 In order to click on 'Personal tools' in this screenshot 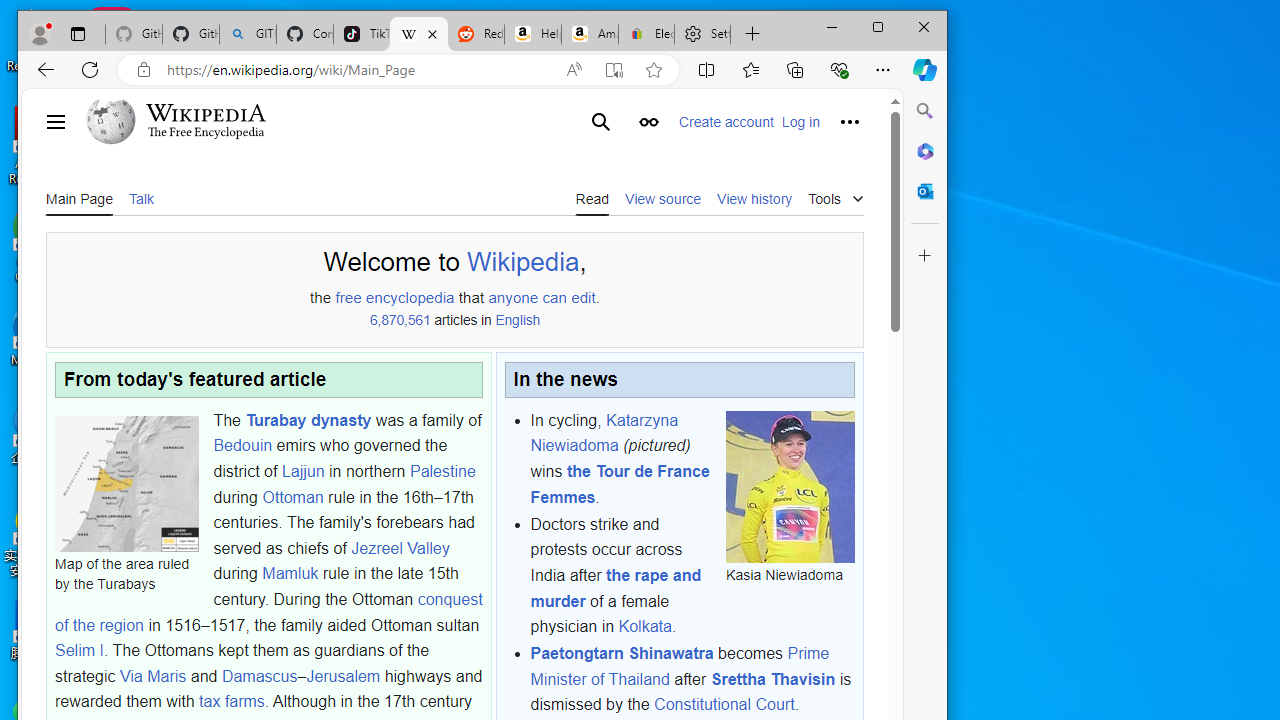, I will do `click(849, 122)`.